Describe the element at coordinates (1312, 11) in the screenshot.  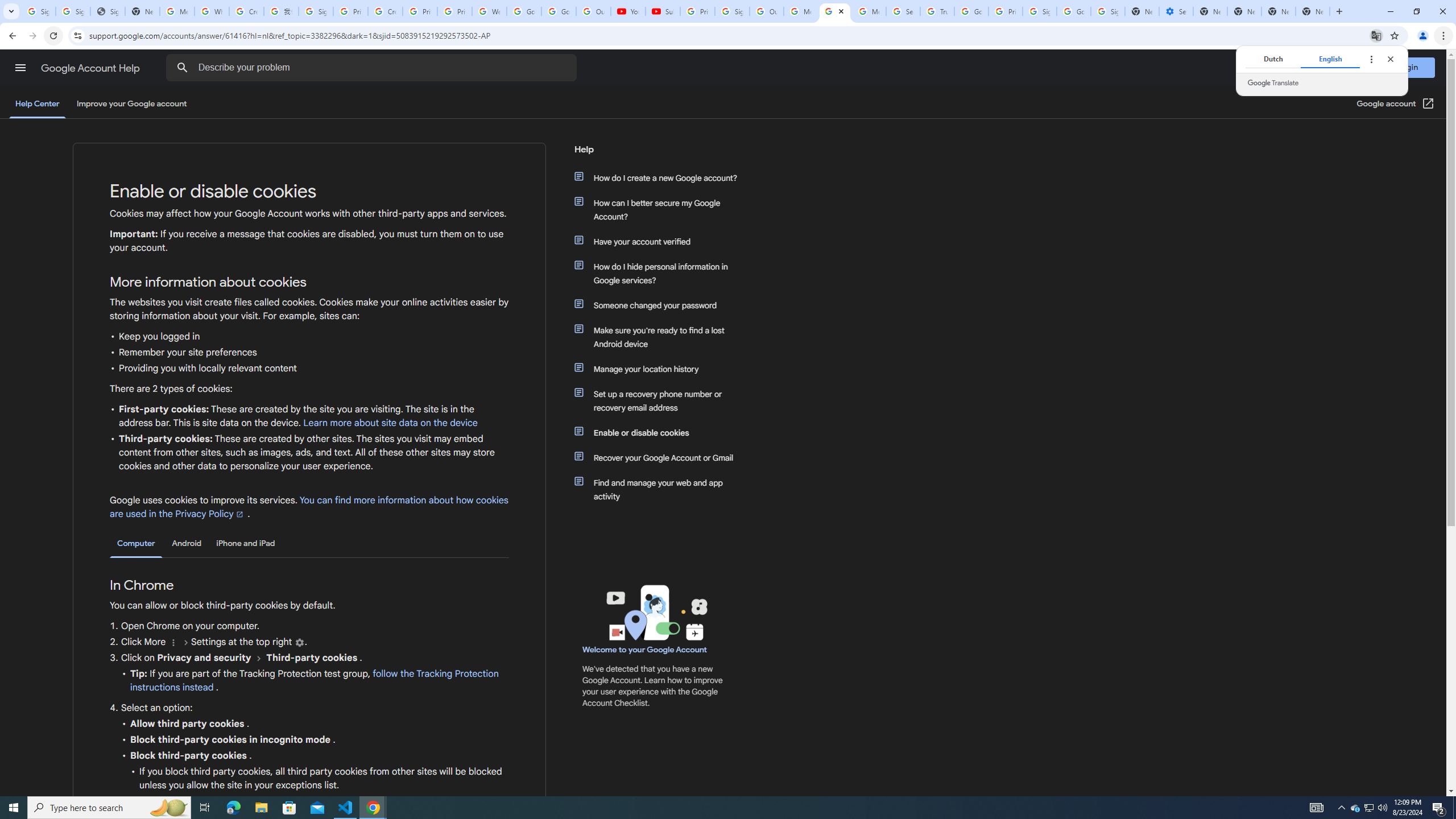
I see `'New Tab'` at that location.